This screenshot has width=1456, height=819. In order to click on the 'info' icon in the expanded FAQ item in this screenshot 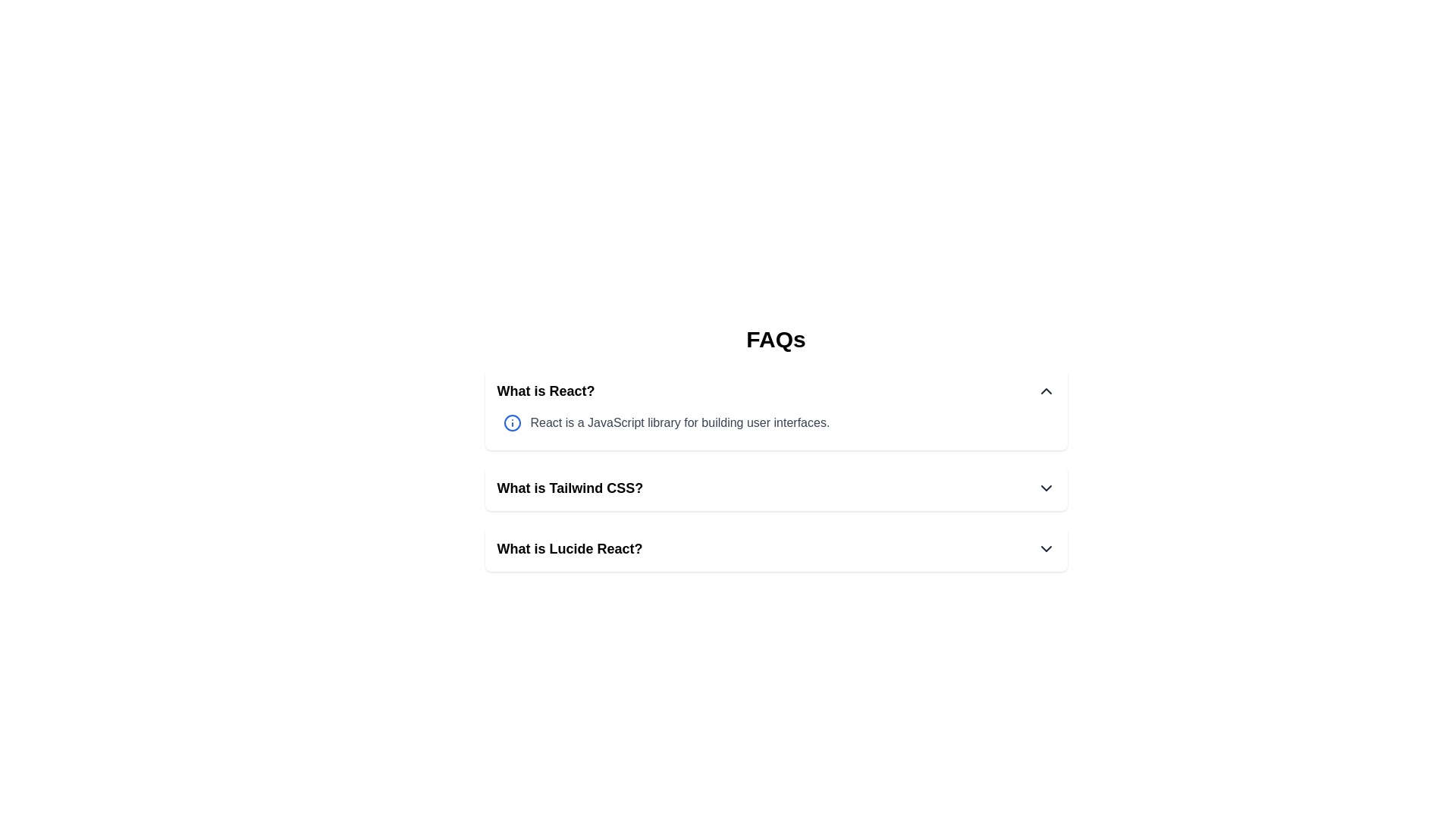, I will do `click(512, 423)`.